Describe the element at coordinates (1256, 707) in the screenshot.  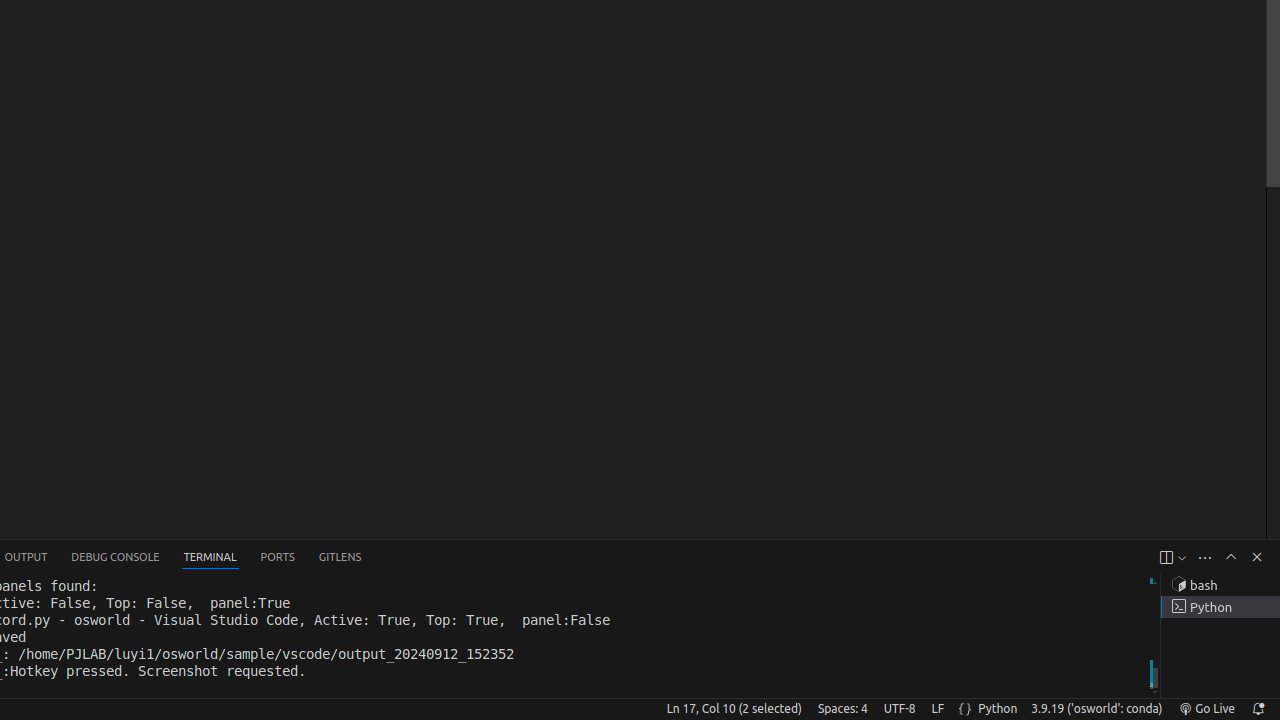
I see `'Notifications'` at that location.